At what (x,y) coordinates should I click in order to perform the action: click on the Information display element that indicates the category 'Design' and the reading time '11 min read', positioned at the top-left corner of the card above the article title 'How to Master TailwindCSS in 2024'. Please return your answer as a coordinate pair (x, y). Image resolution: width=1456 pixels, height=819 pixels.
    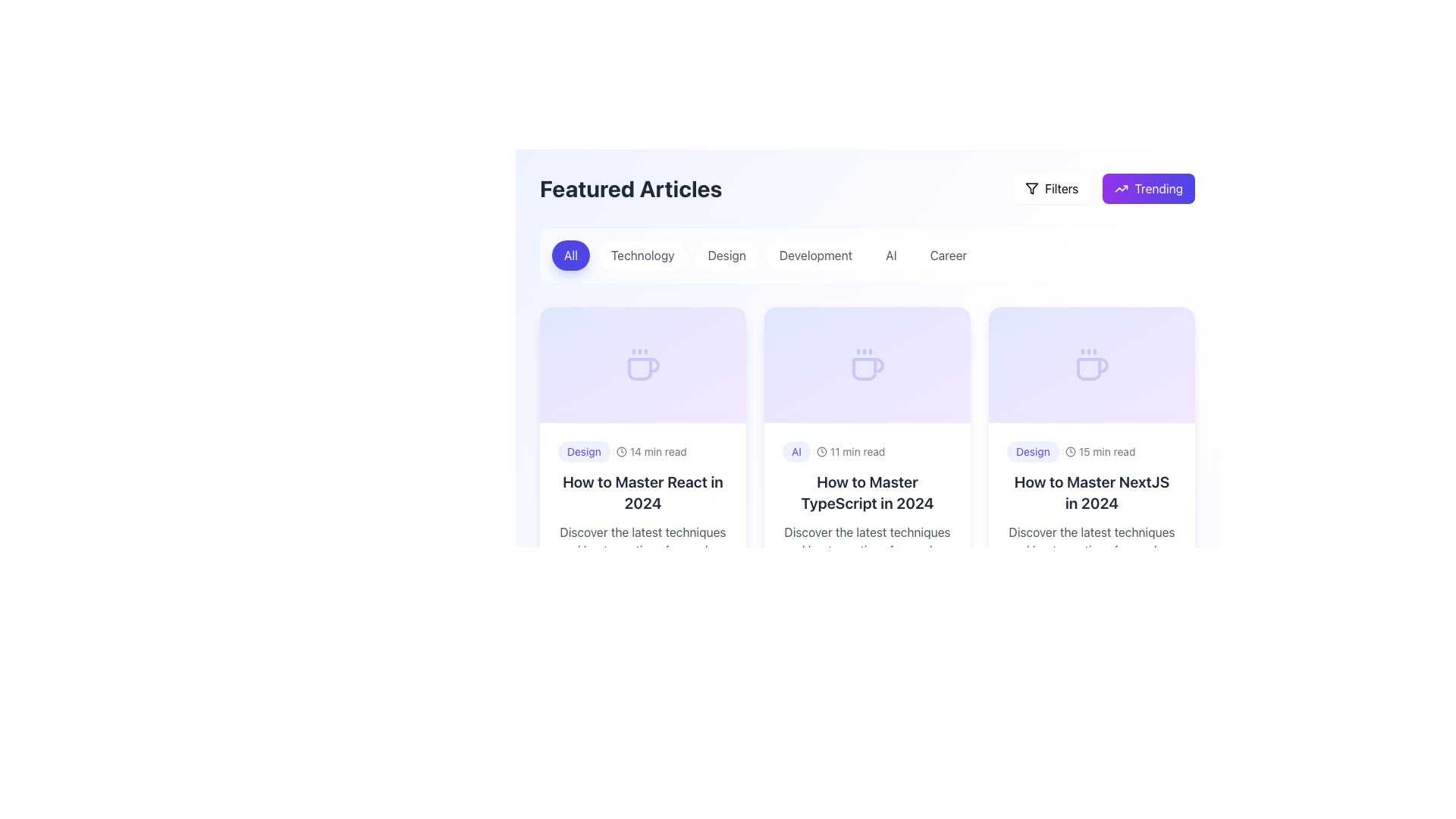
    Looking at the image, I should click on (643, 778).